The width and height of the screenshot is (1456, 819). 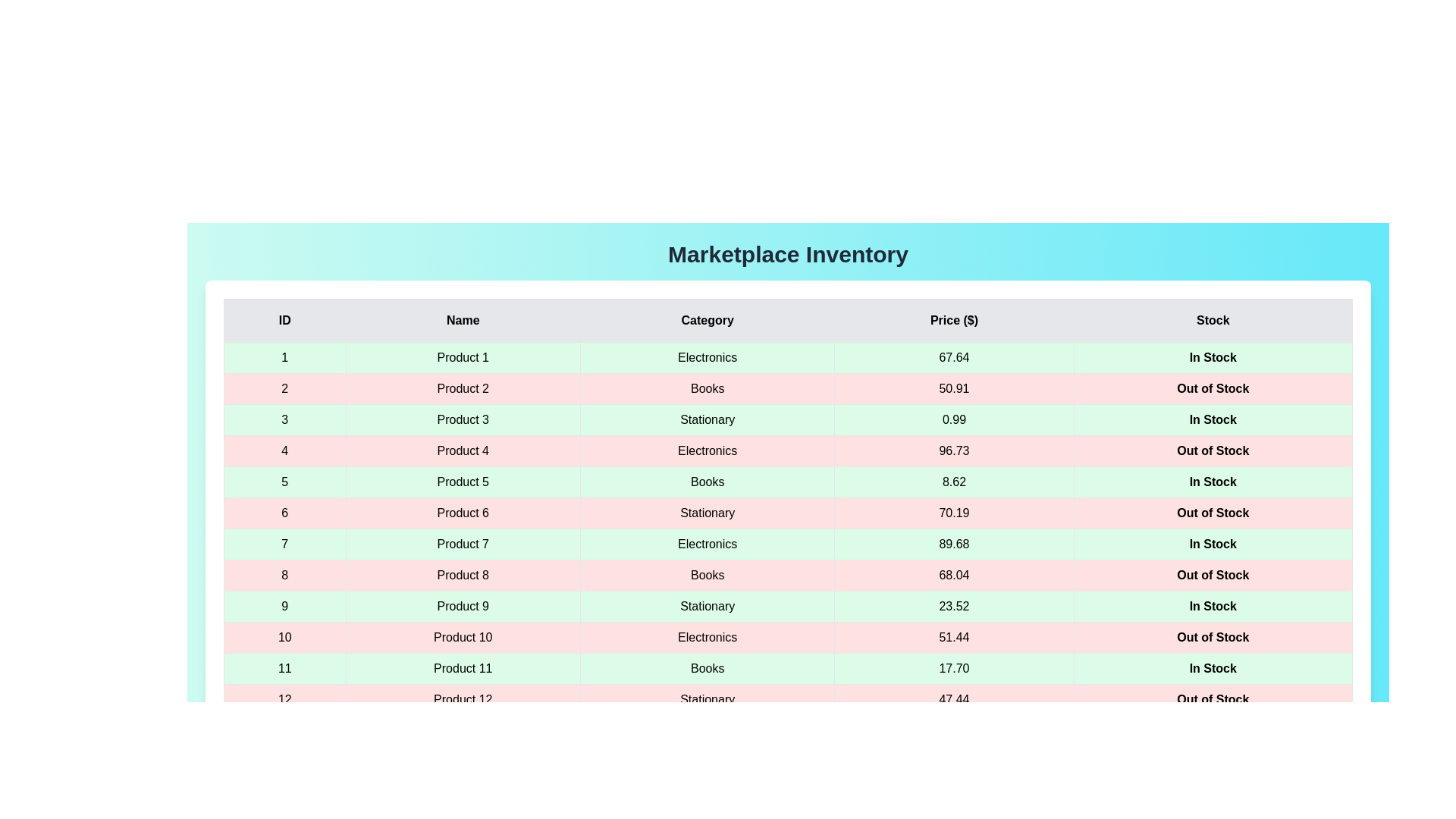 I want to click on the column header labeled 'Price ($)' to sort the table by that column, so click(x=953, y=320).